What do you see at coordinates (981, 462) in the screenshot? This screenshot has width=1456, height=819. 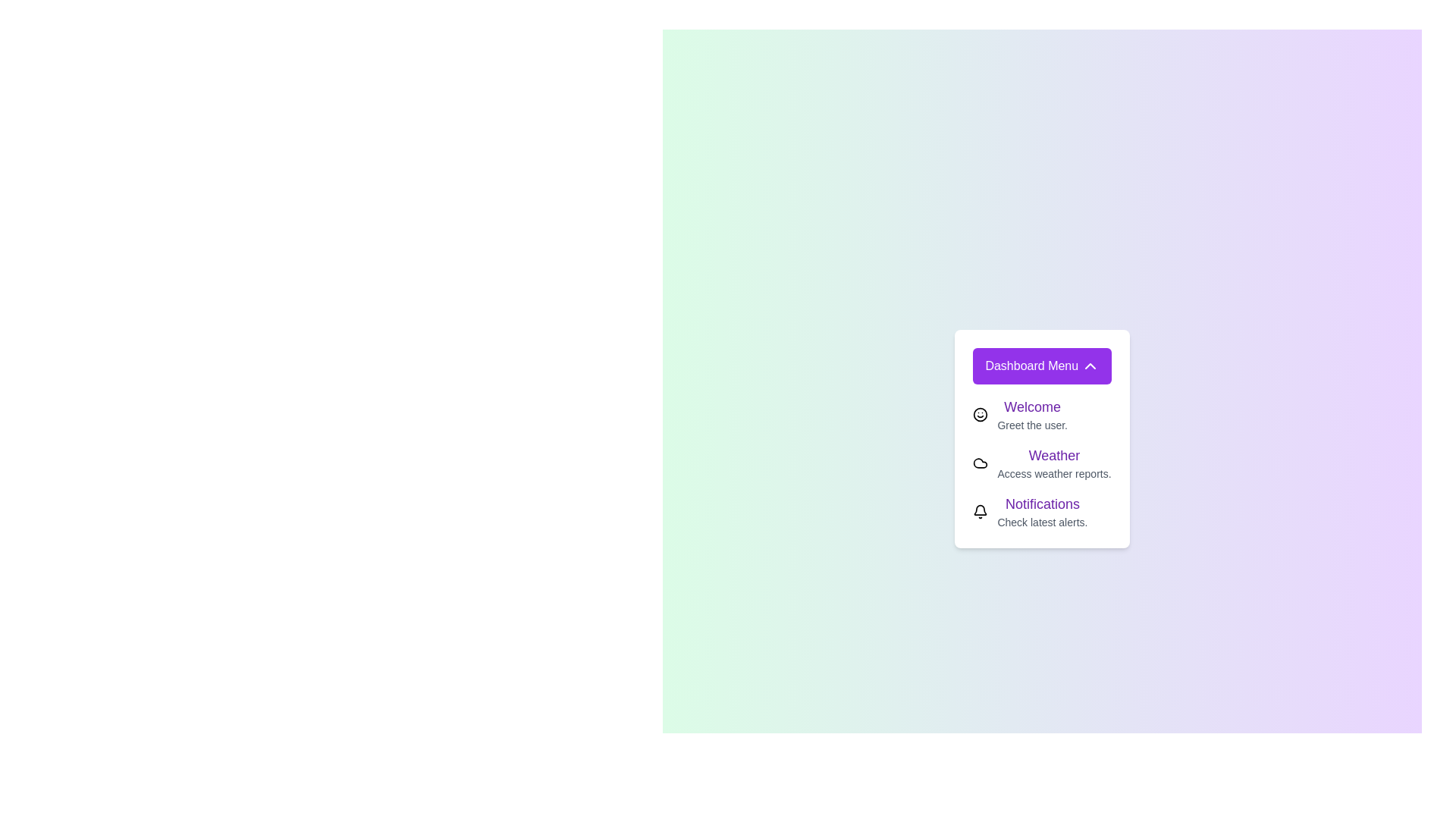 I see `the element Weather to display its tooltip` at bounding box center [981, 462].